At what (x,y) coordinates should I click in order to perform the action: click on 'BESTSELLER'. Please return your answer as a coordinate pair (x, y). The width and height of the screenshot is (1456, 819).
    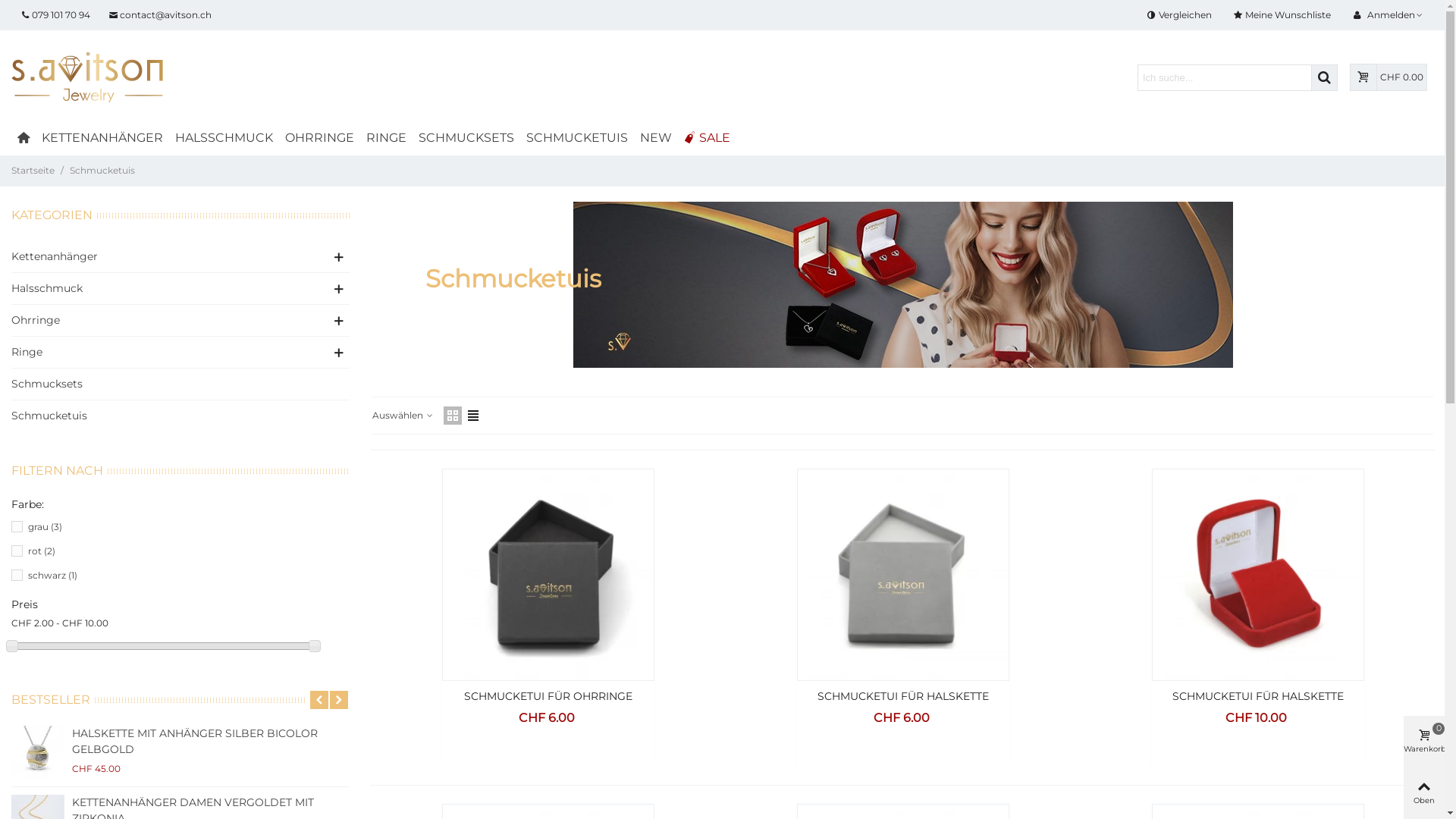
    Looking at the image, I should click on (11, 699).